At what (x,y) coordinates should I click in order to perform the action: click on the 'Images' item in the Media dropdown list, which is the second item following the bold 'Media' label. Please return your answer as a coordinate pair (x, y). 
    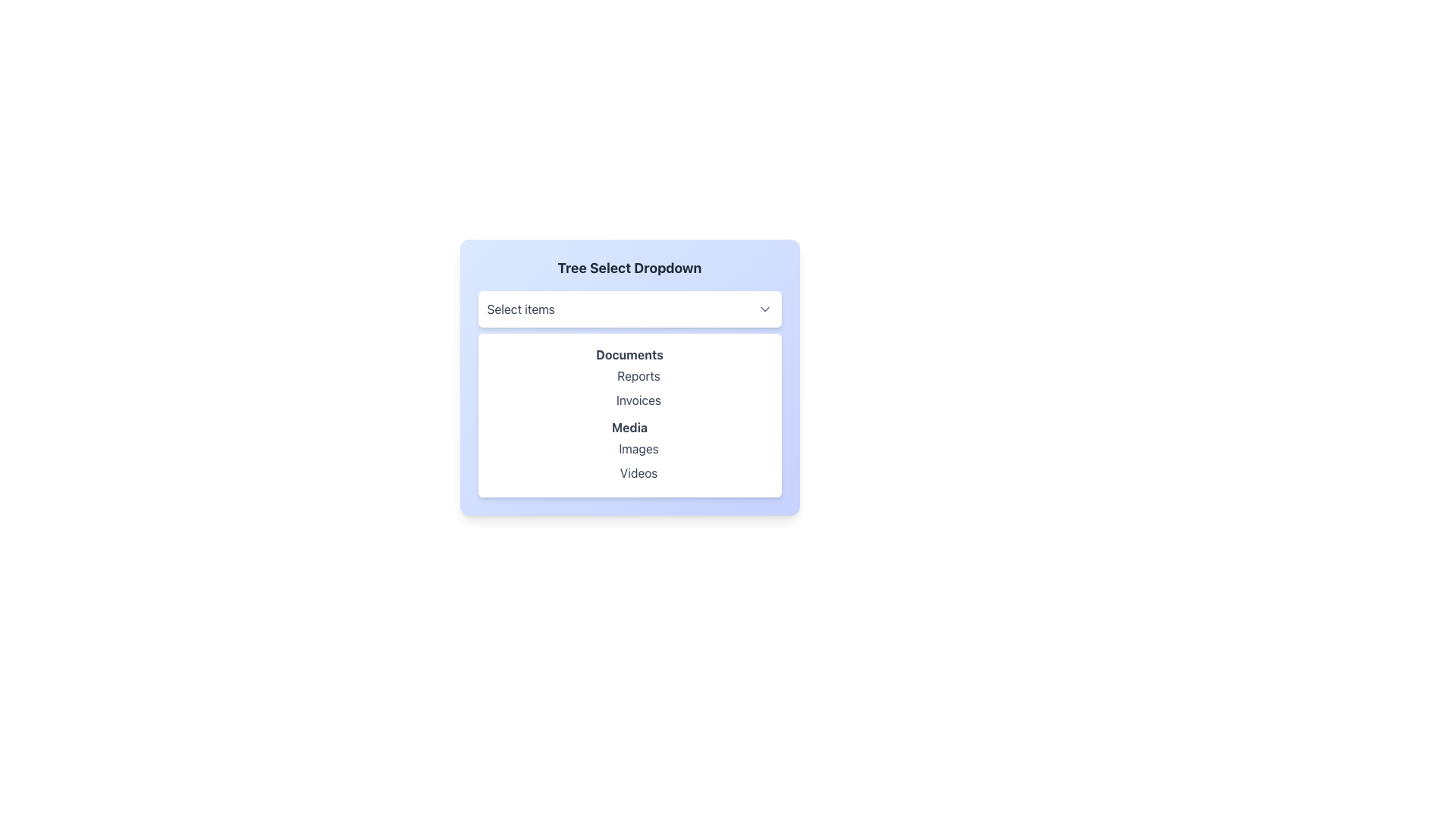
    Looking at the image, I should click on (629, 451).